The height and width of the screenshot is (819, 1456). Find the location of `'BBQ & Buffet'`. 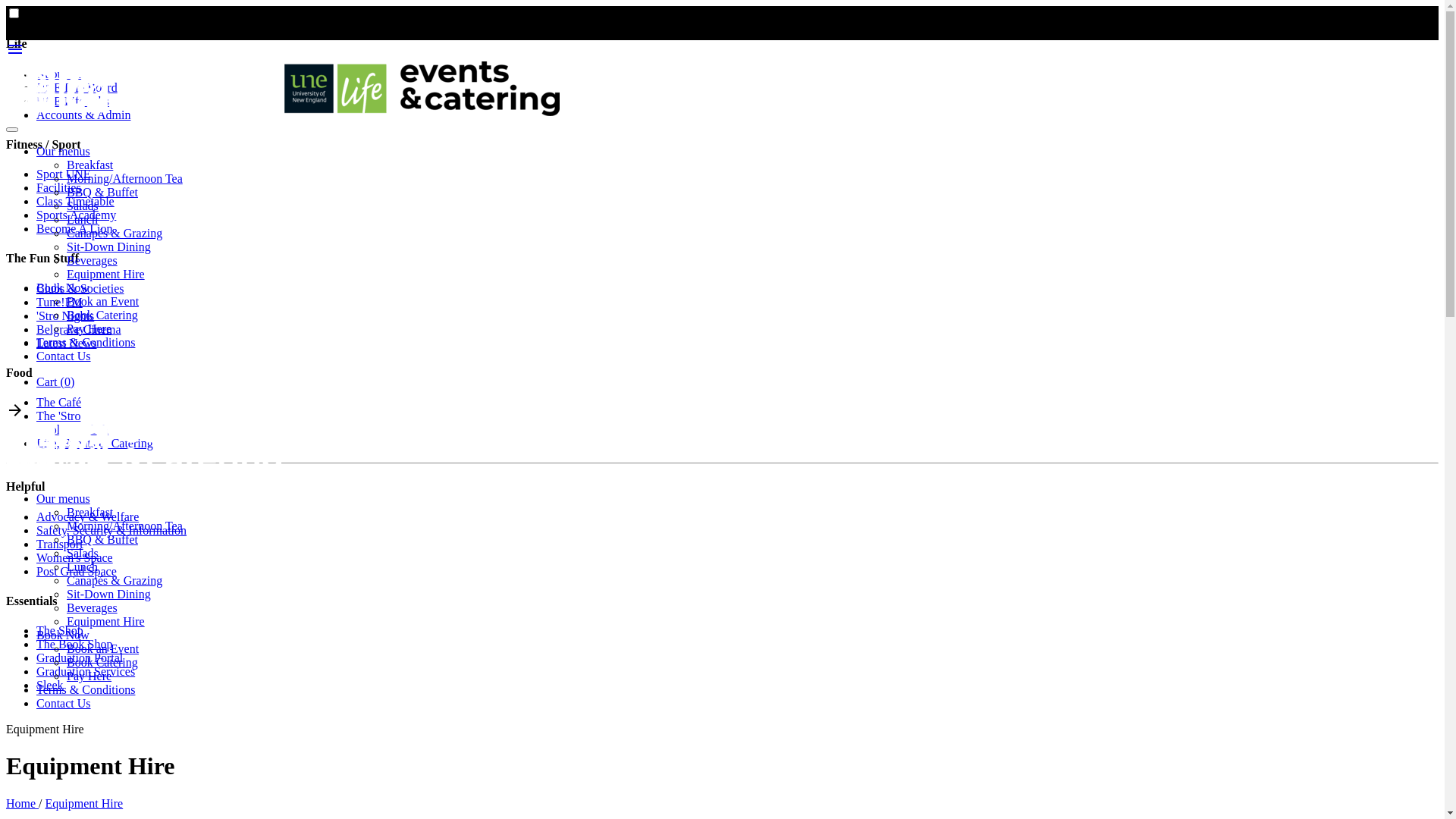

'BBQ & Buffet' is located at coordinates (101, 538).